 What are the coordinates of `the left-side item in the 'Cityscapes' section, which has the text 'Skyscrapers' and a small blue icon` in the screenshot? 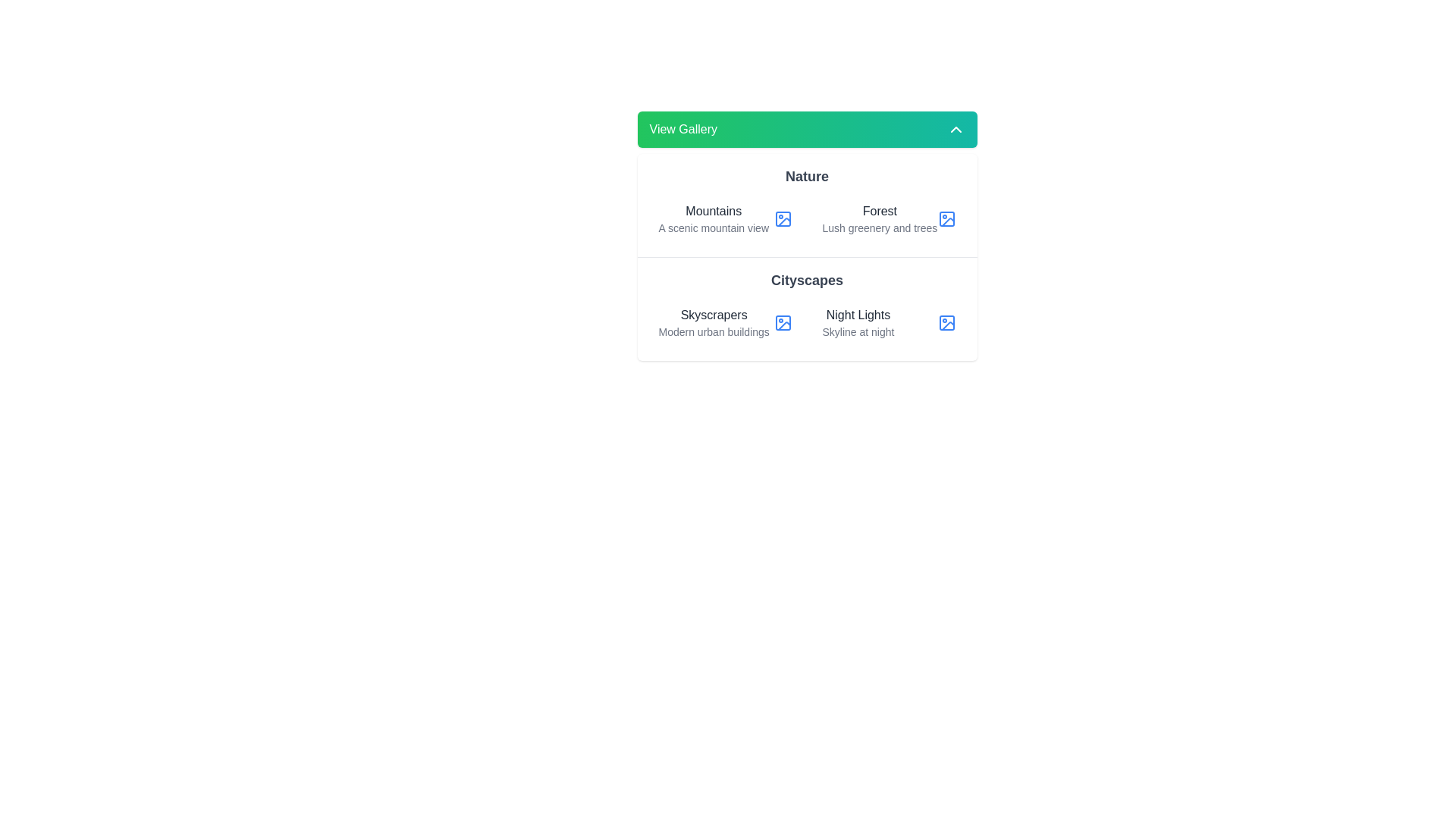 It's located at (724, 322).